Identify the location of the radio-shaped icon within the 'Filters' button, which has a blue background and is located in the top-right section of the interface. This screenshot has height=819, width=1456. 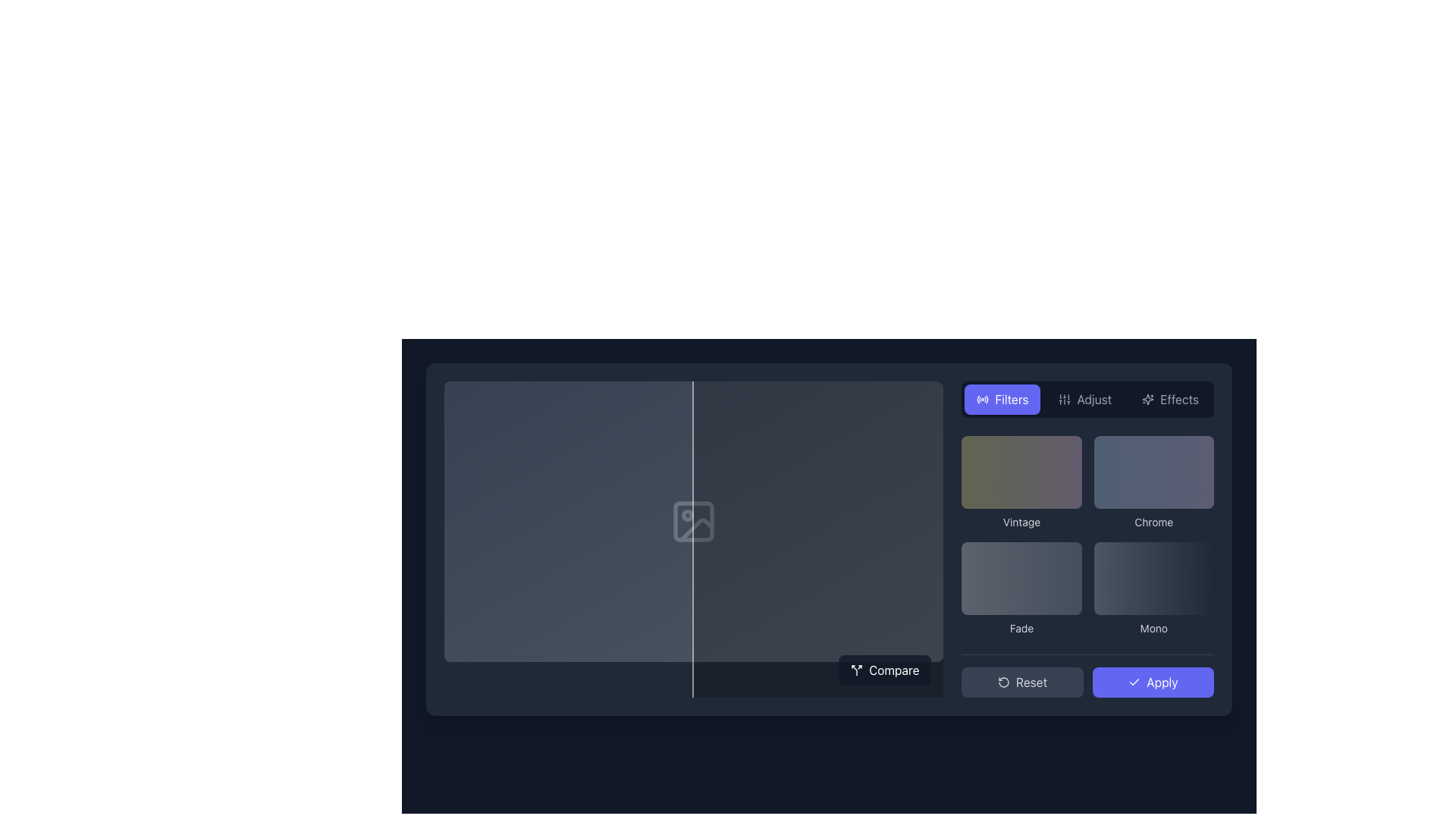
(983, 399).